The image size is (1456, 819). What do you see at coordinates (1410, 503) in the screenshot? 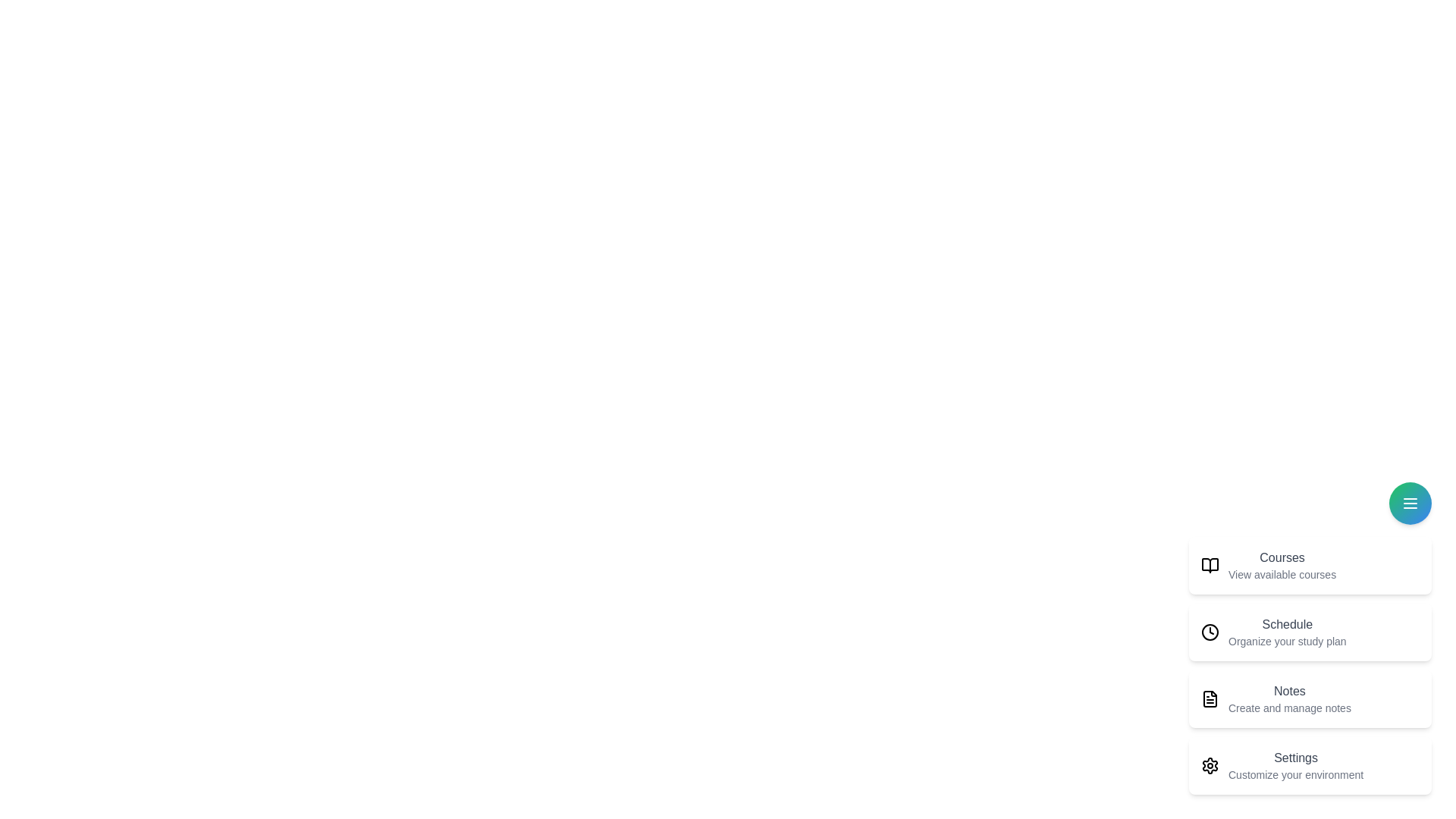
I see `the speed dial button to toggle the menu` at bounding box center [1410, 503].